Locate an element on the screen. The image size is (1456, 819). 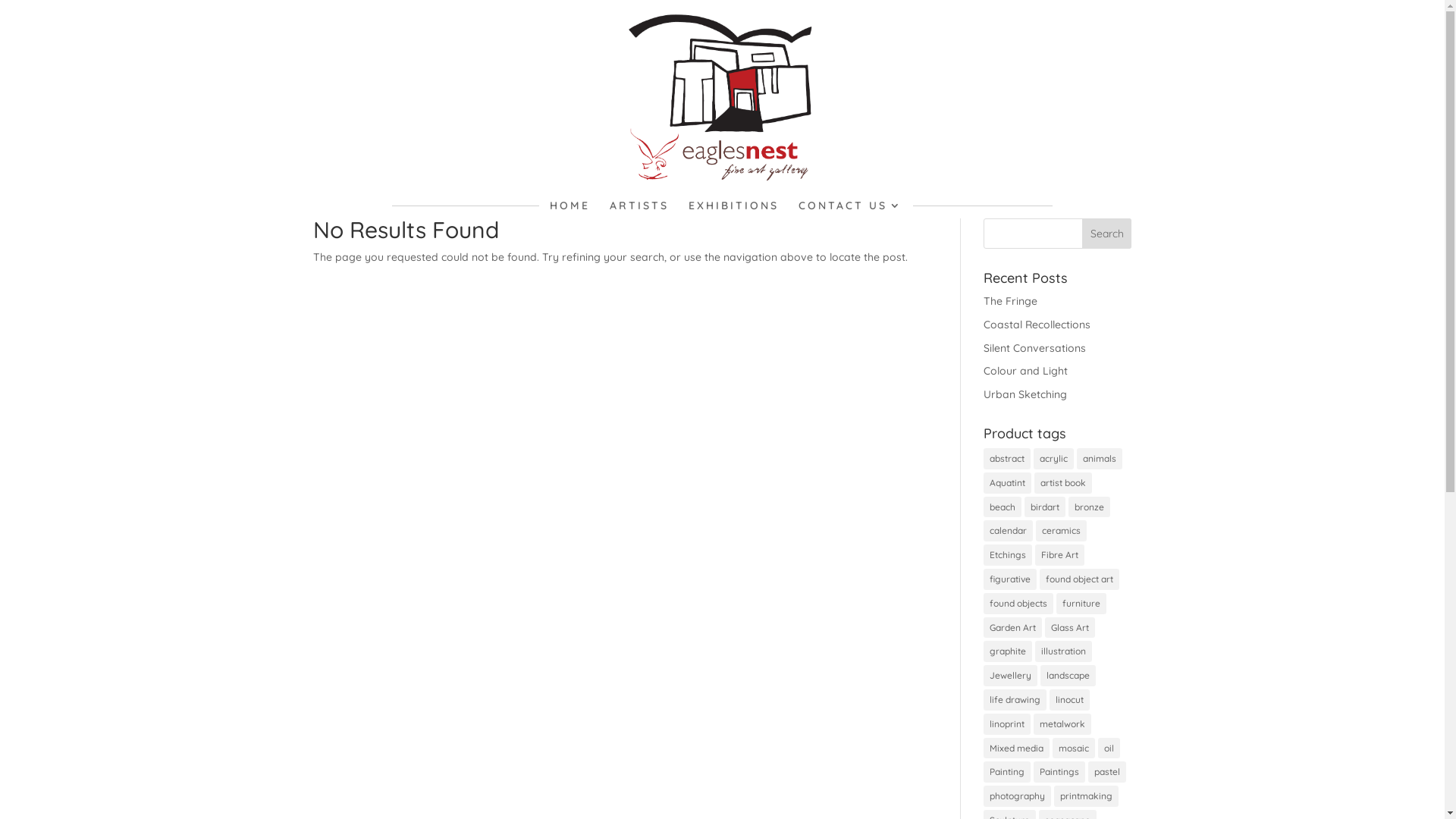
'furniture' is located at coordinates (1080, 602).